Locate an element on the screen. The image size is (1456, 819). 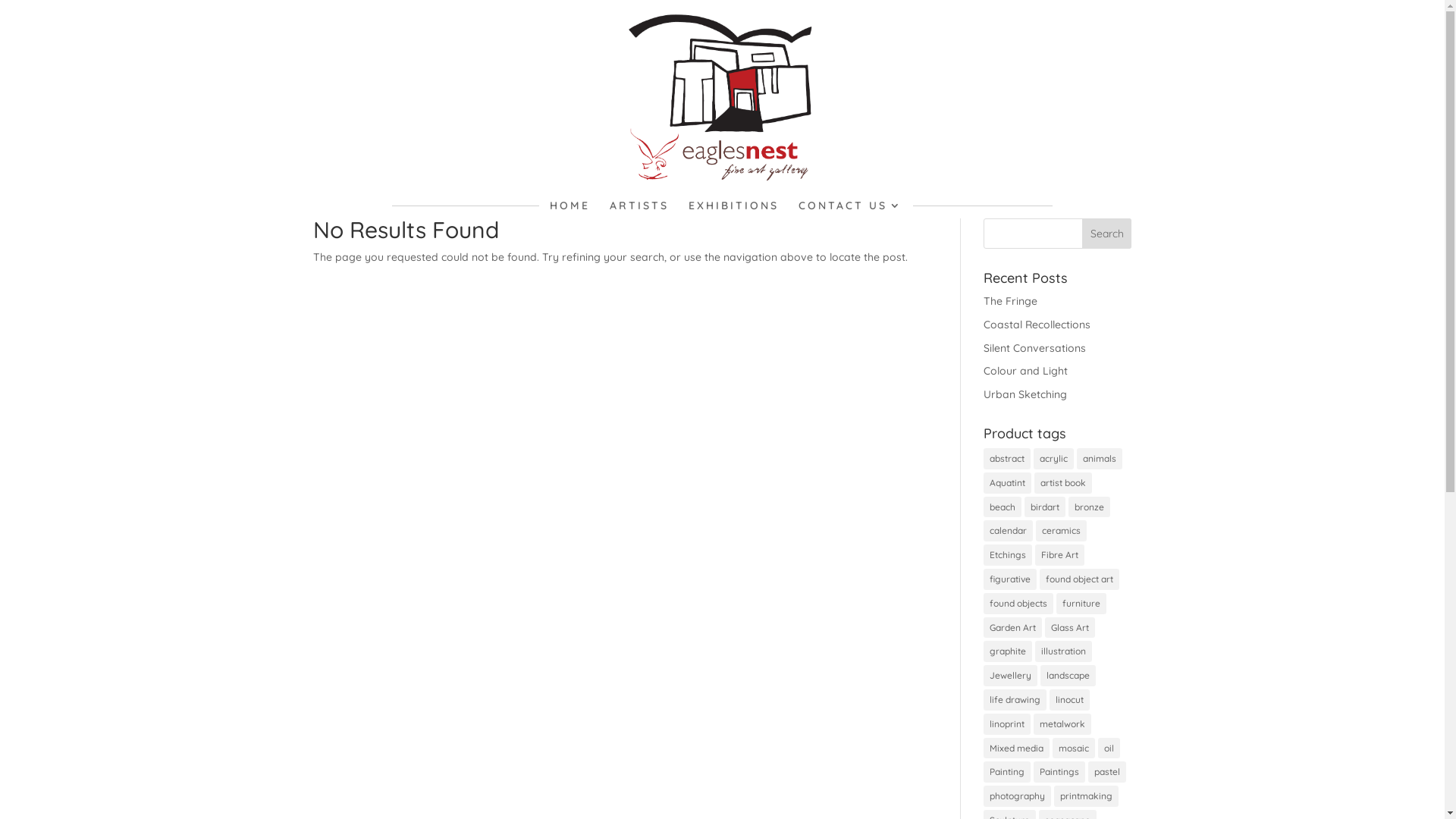
'furniture' is located at coordinates (1080, 602).